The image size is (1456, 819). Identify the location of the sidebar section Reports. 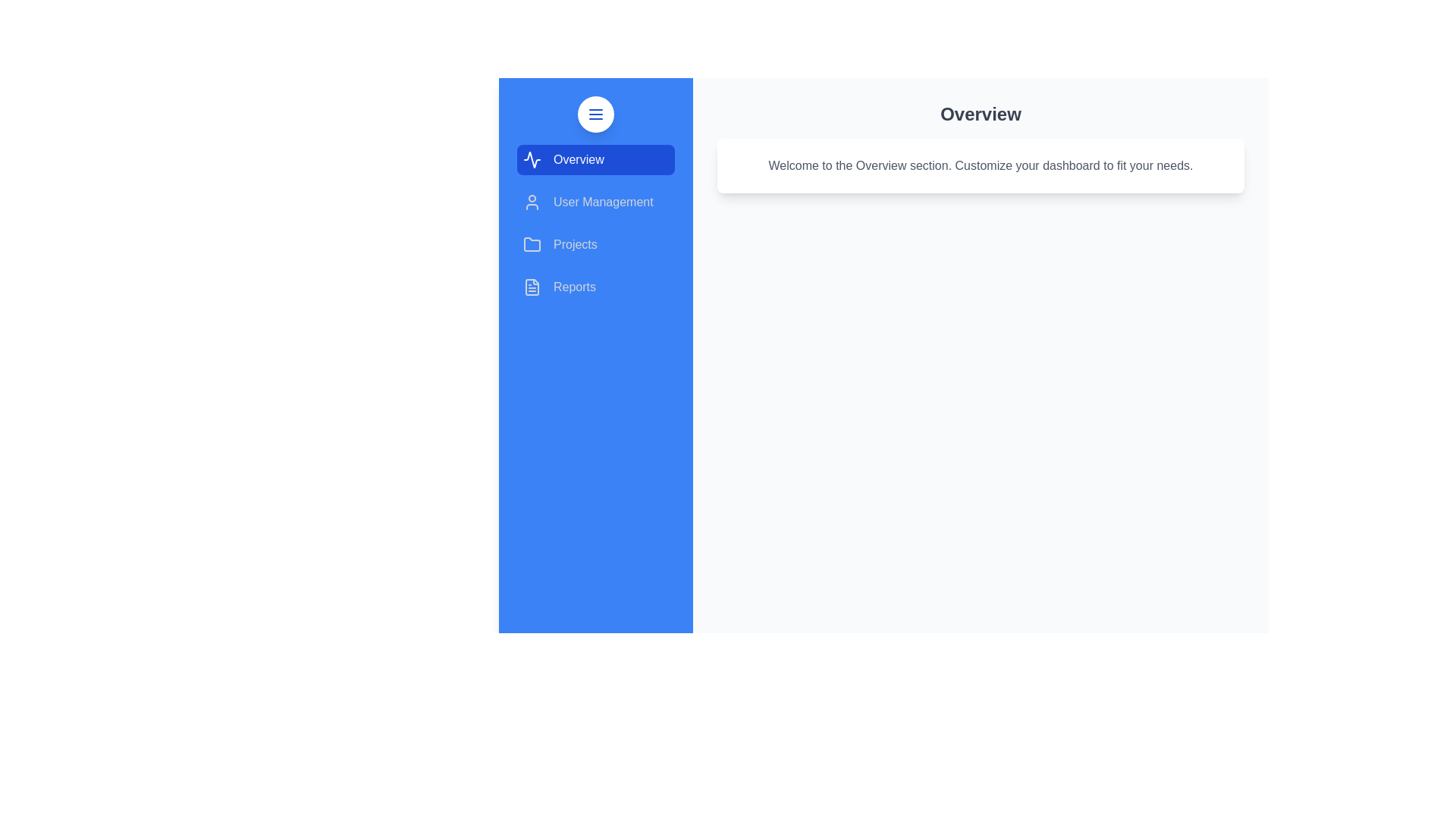
(595, 287).